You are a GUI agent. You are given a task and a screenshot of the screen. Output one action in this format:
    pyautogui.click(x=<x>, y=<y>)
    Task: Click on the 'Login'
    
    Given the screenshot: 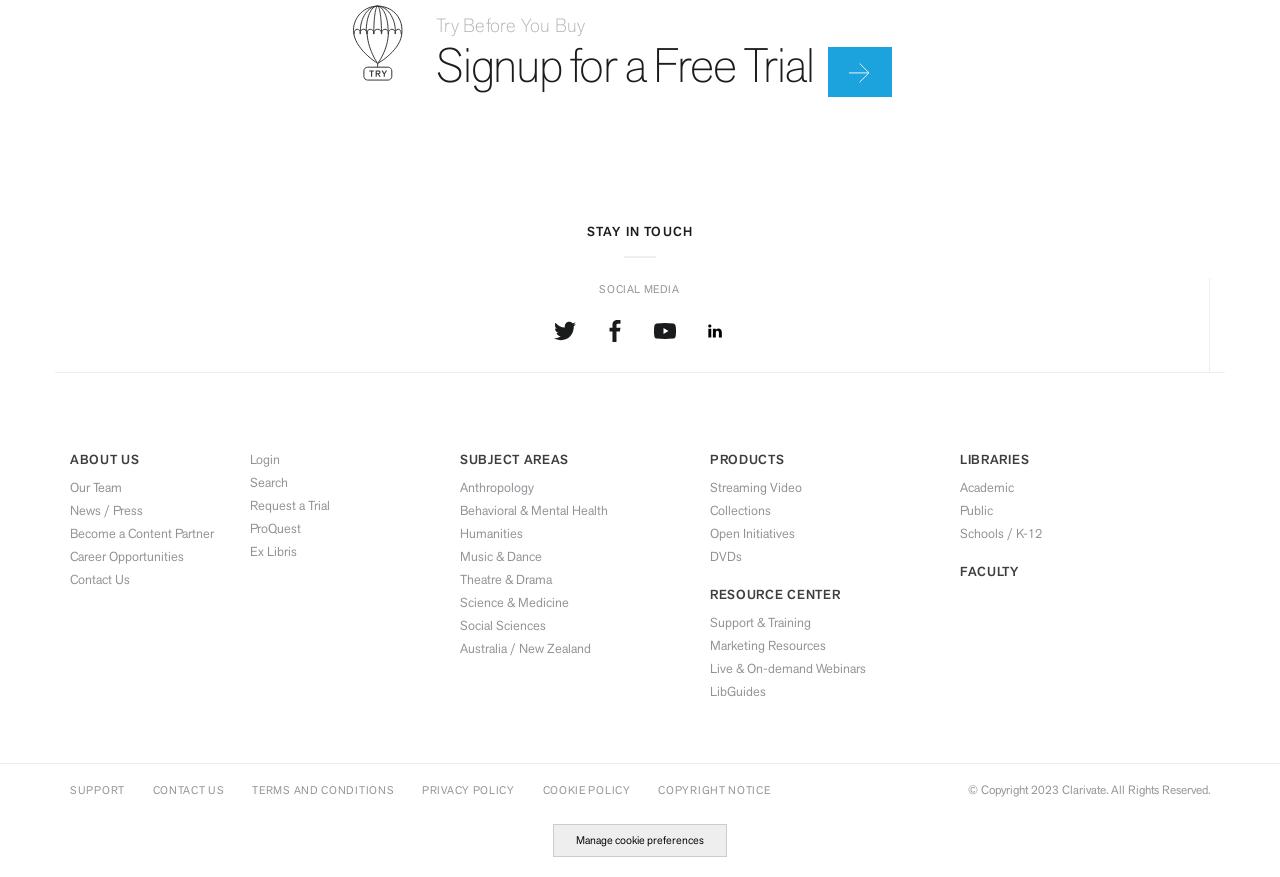 What is the action you would take?
    pyautogui.click(x=263, y=458)
    